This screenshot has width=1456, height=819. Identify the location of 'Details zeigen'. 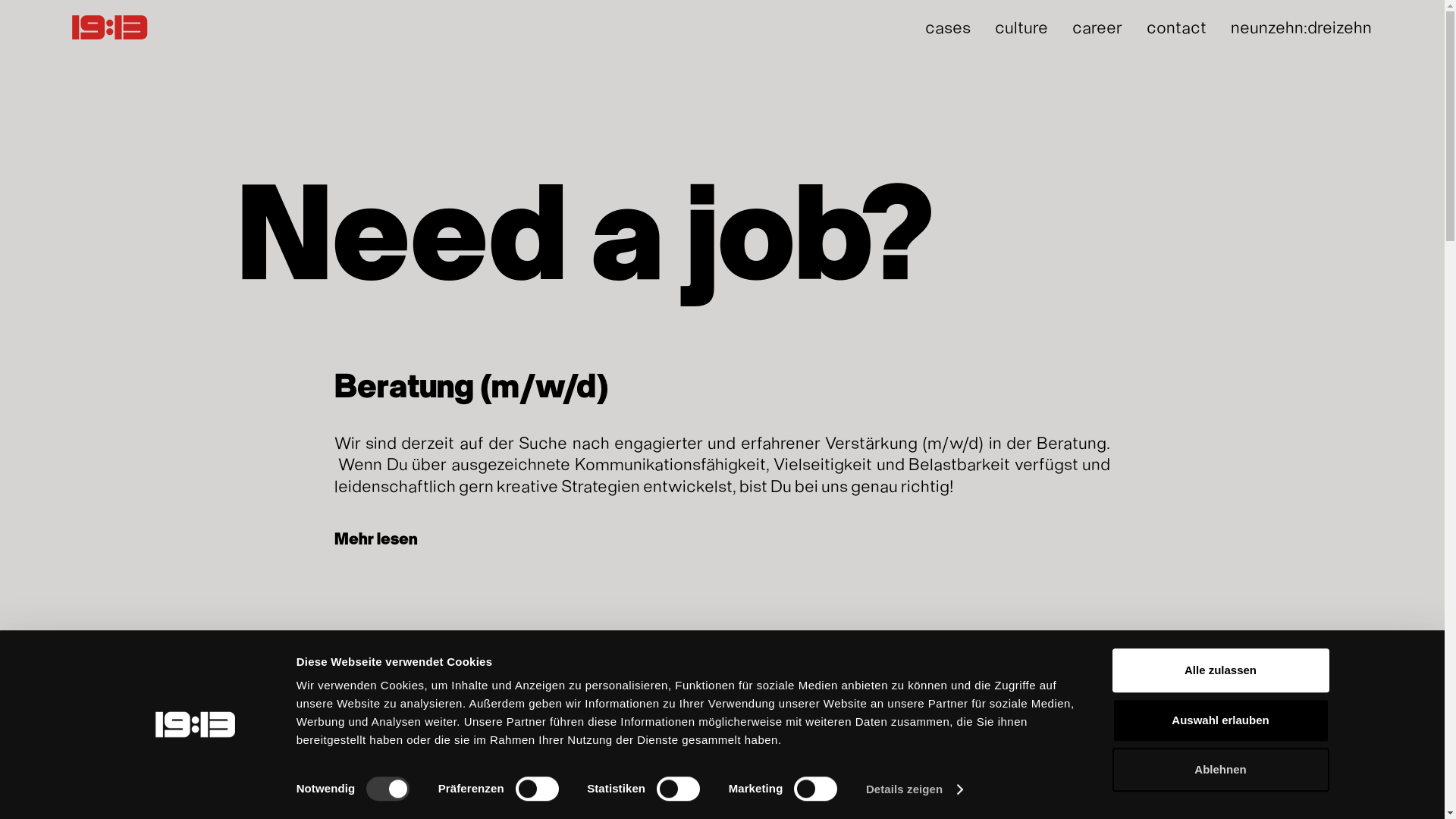
(913, 789).